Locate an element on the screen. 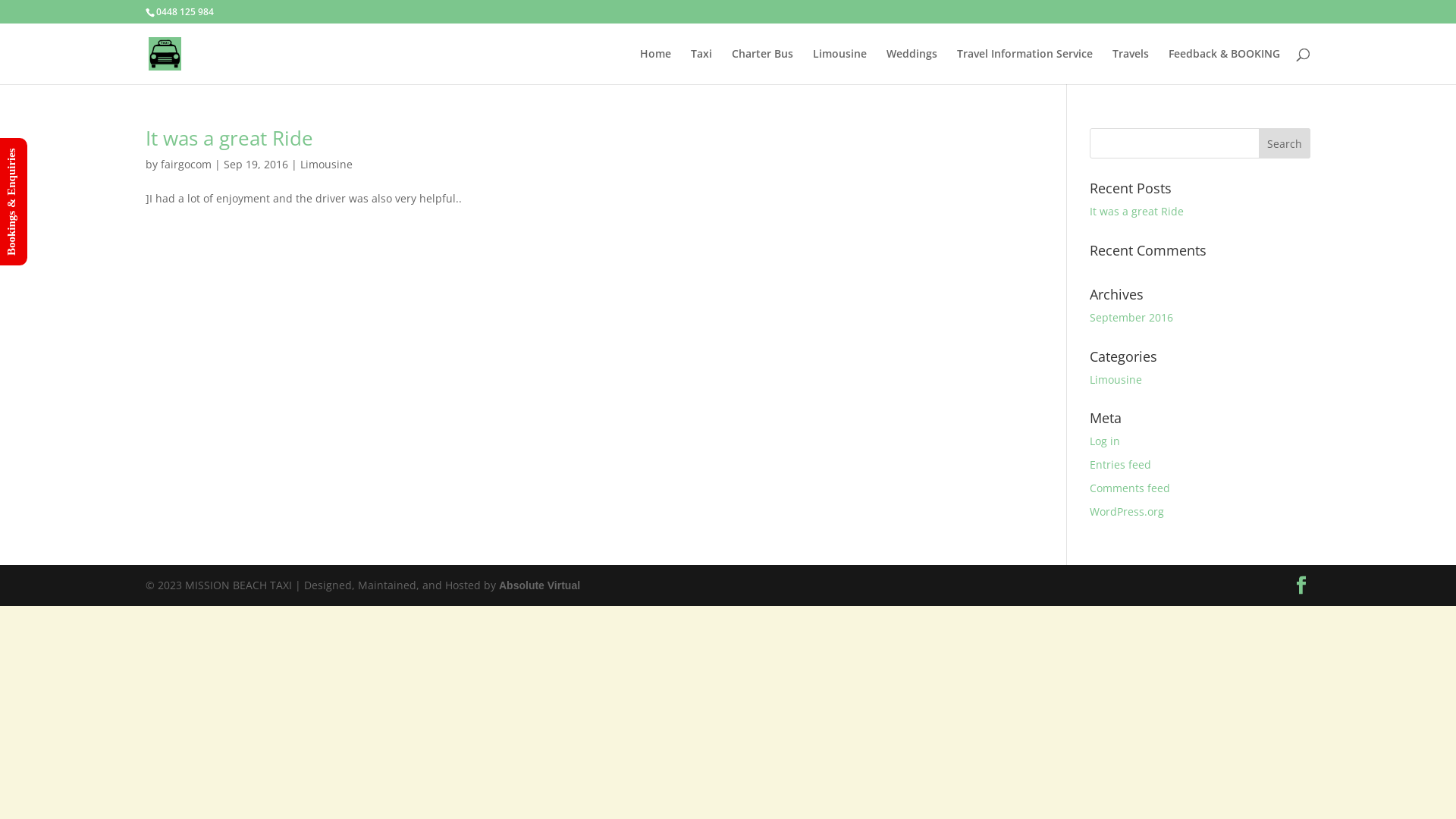  'It was a great Ride' is located at coordinates (1136, 211).